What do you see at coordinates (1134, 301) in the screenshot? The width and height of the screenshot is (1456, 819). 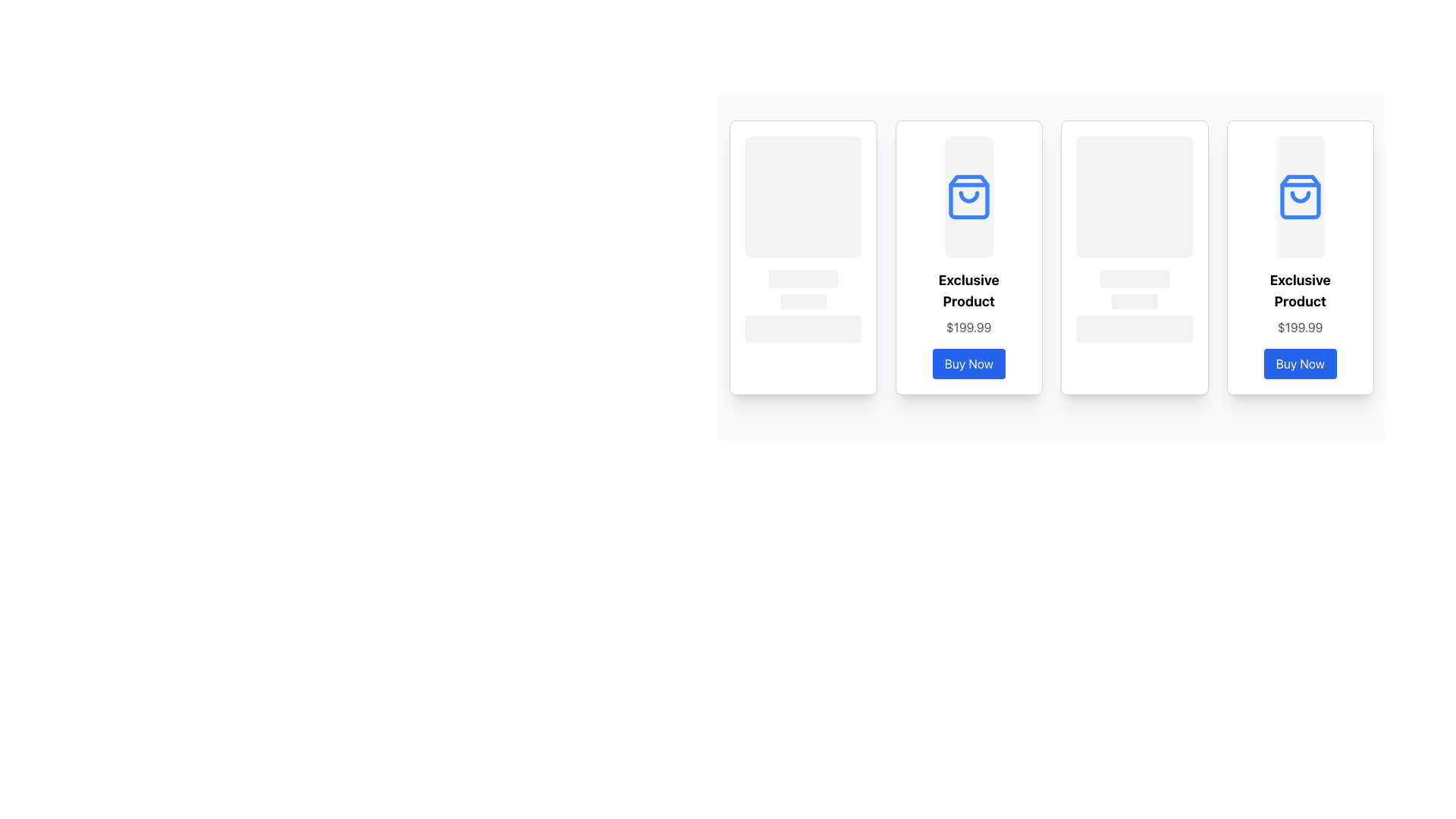 I see `the decorative progress bar located at the bottom of the third card in a four-card layout` at bounding box center [1134, 301].